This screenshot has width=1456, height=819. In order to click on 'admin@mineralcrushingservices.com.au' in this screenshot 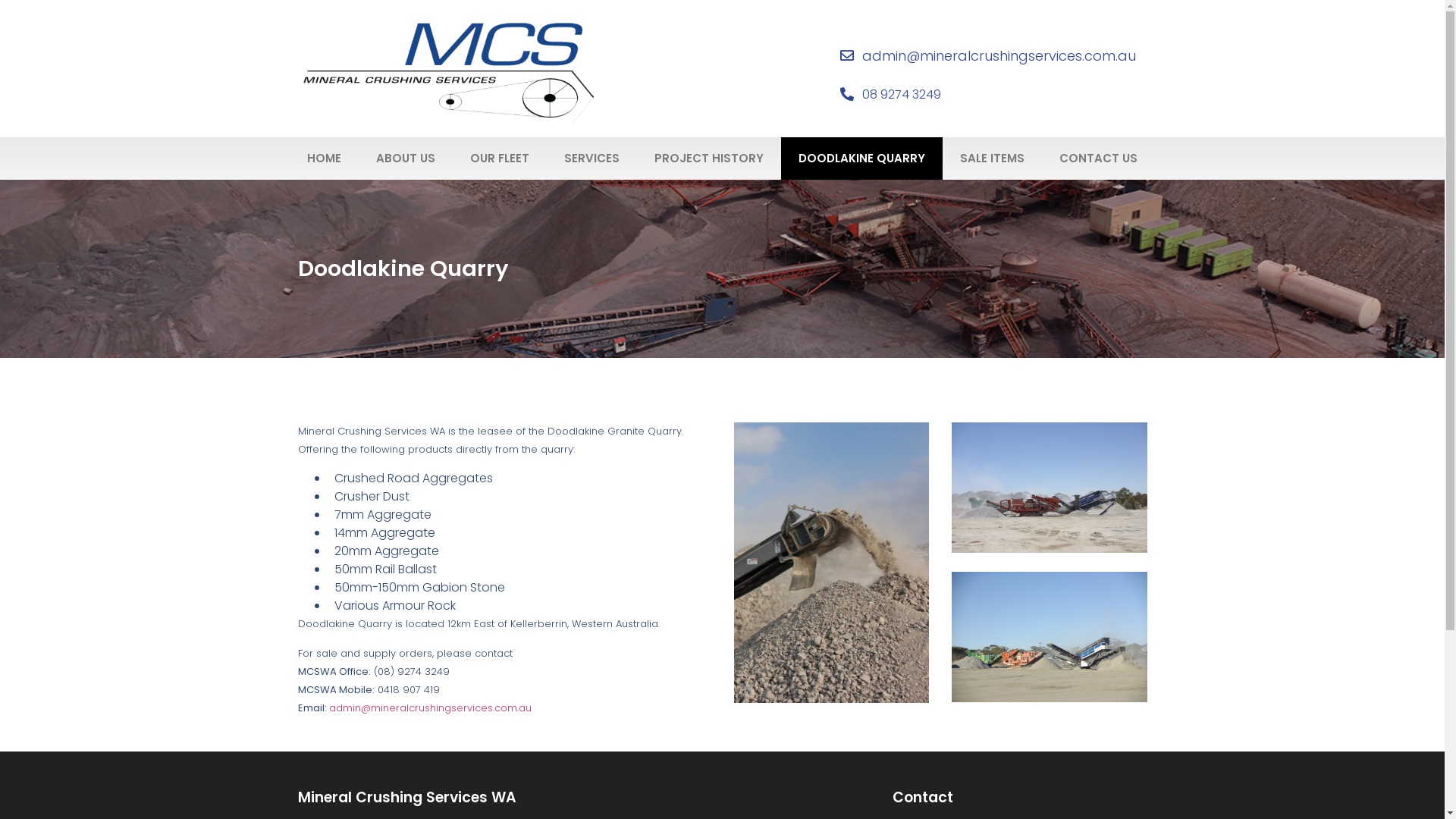, I will do `click(429, 708)`.